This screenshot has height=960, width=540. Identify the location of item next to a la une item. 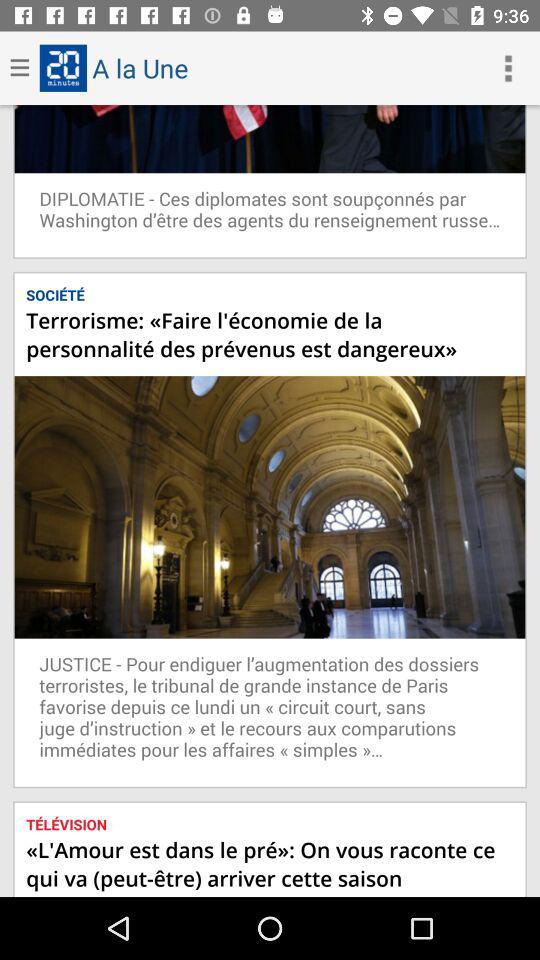
(508, 68).